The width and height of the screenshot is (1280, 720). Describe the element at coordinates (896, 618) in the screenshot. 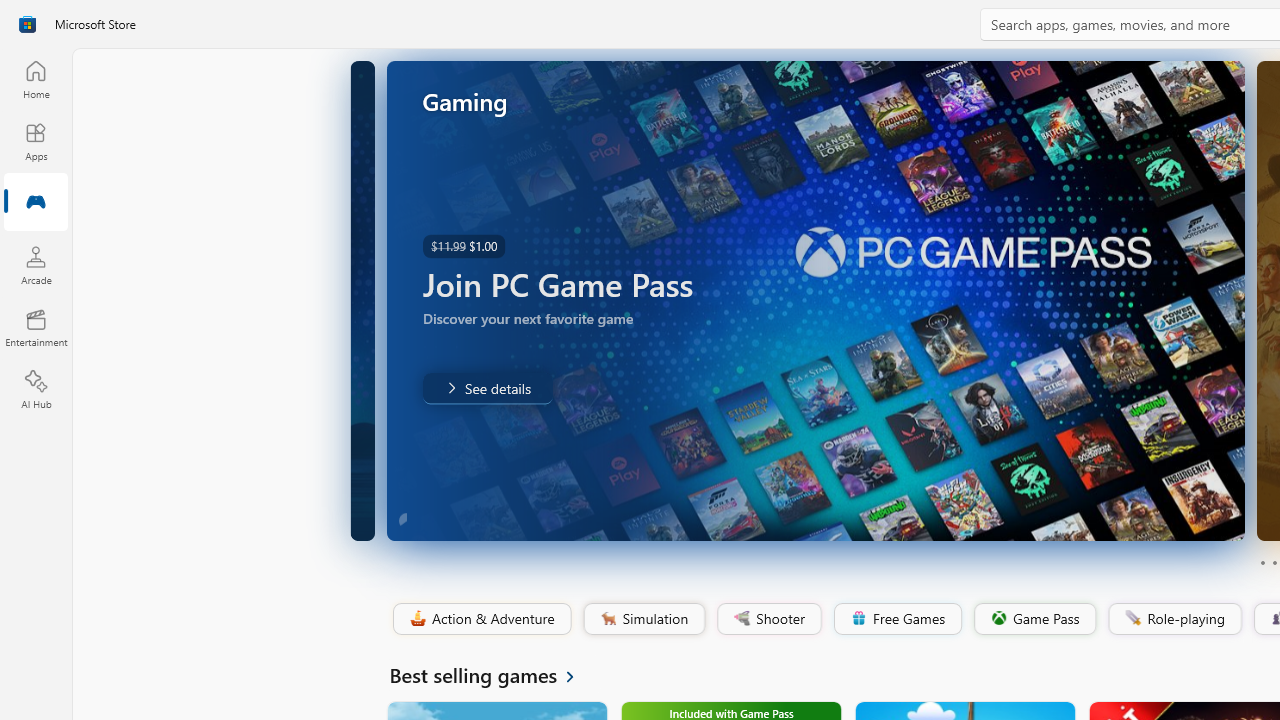

I see `'Free Games'` at that location.